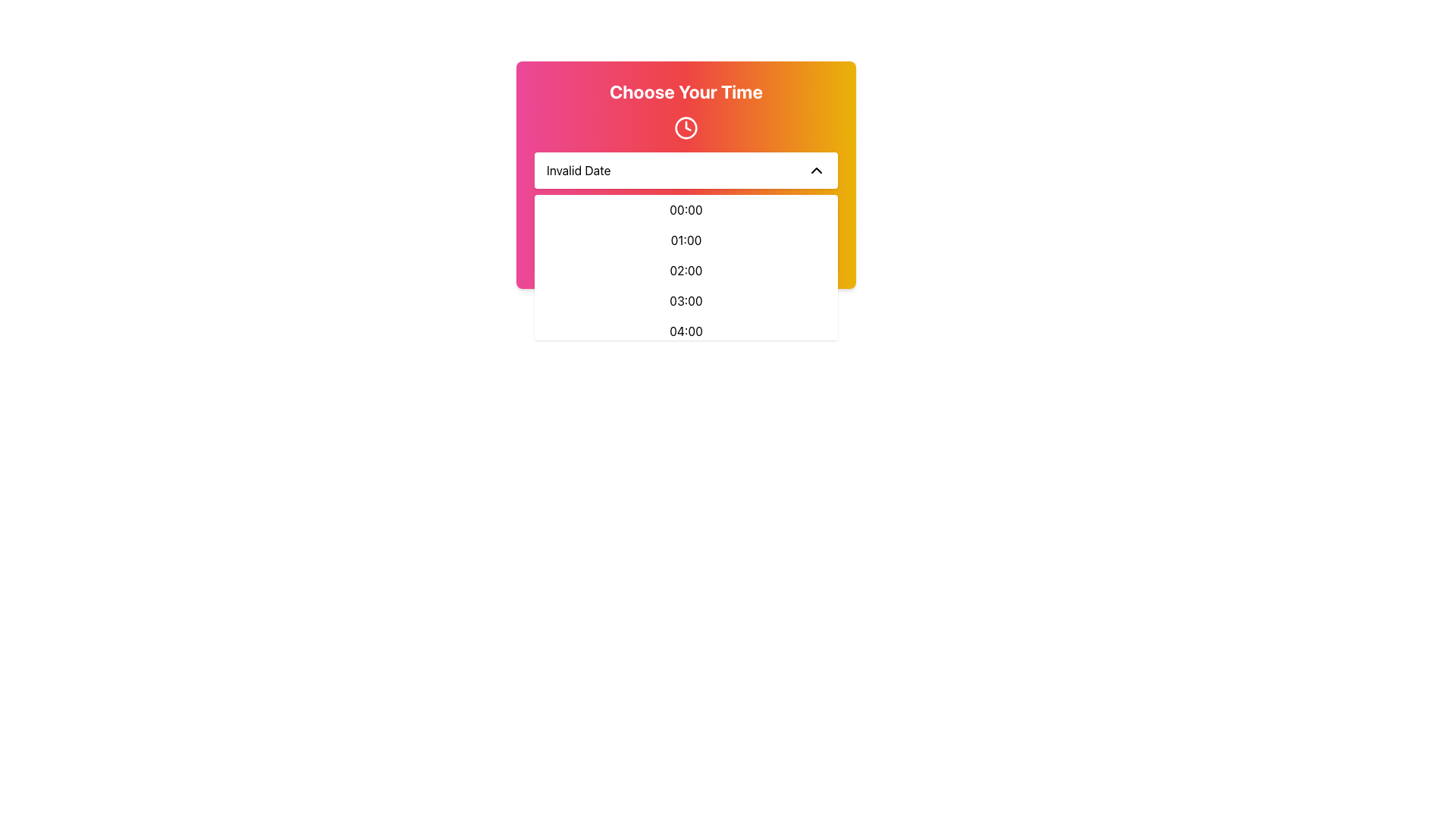 The height and width of the screenshot is (819, 1456). Describe the element at coordinates (815, 170) in the screenshot. I see `the downward-pointing chevron icon with a black outline and transparent fill, located on the right side of the box containing the 'Invalid Date' text` at that location.